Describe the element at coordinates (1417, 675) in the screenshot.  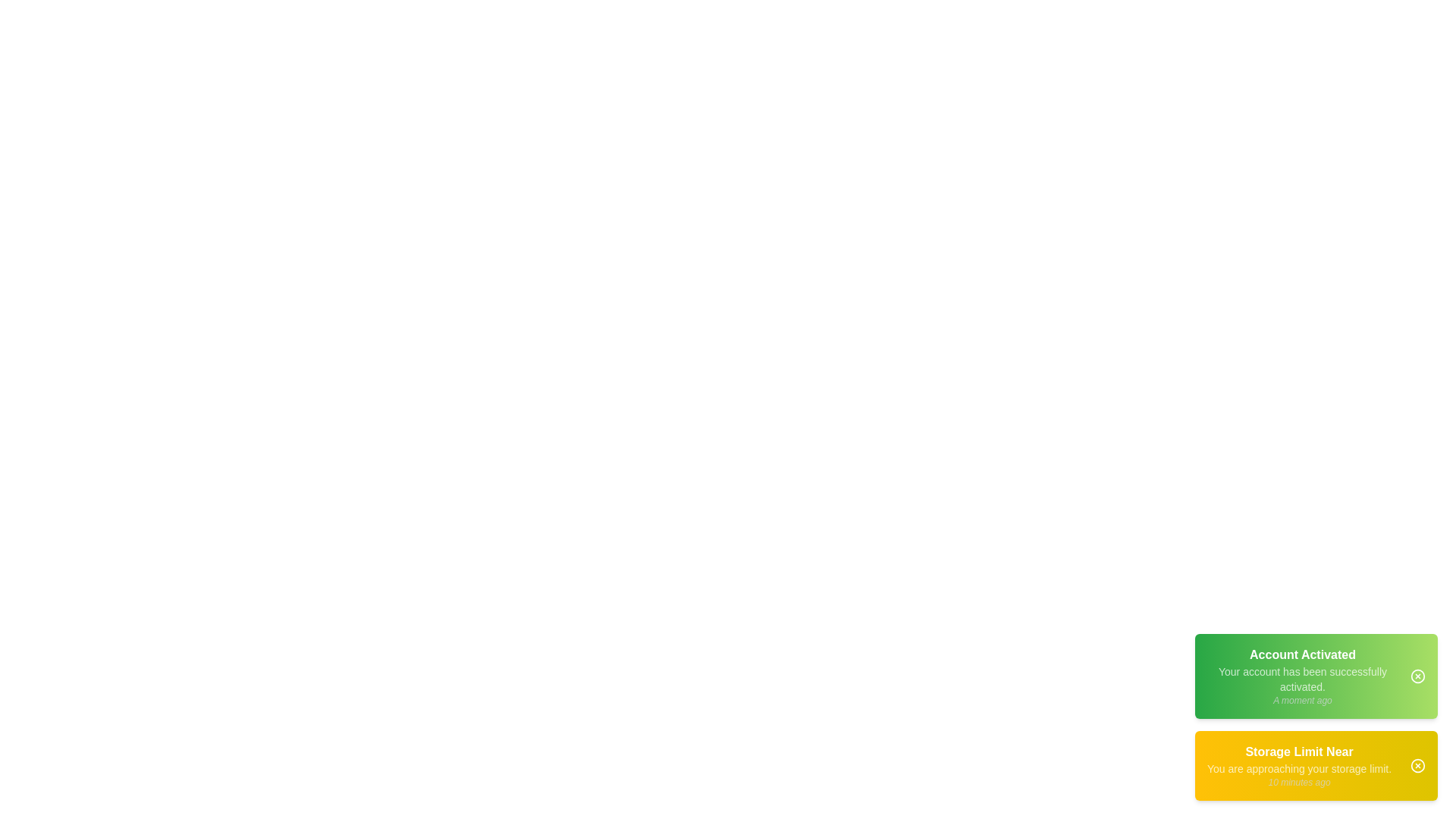
I see `the close button of the notification corresponding to Account Activated` at that location.